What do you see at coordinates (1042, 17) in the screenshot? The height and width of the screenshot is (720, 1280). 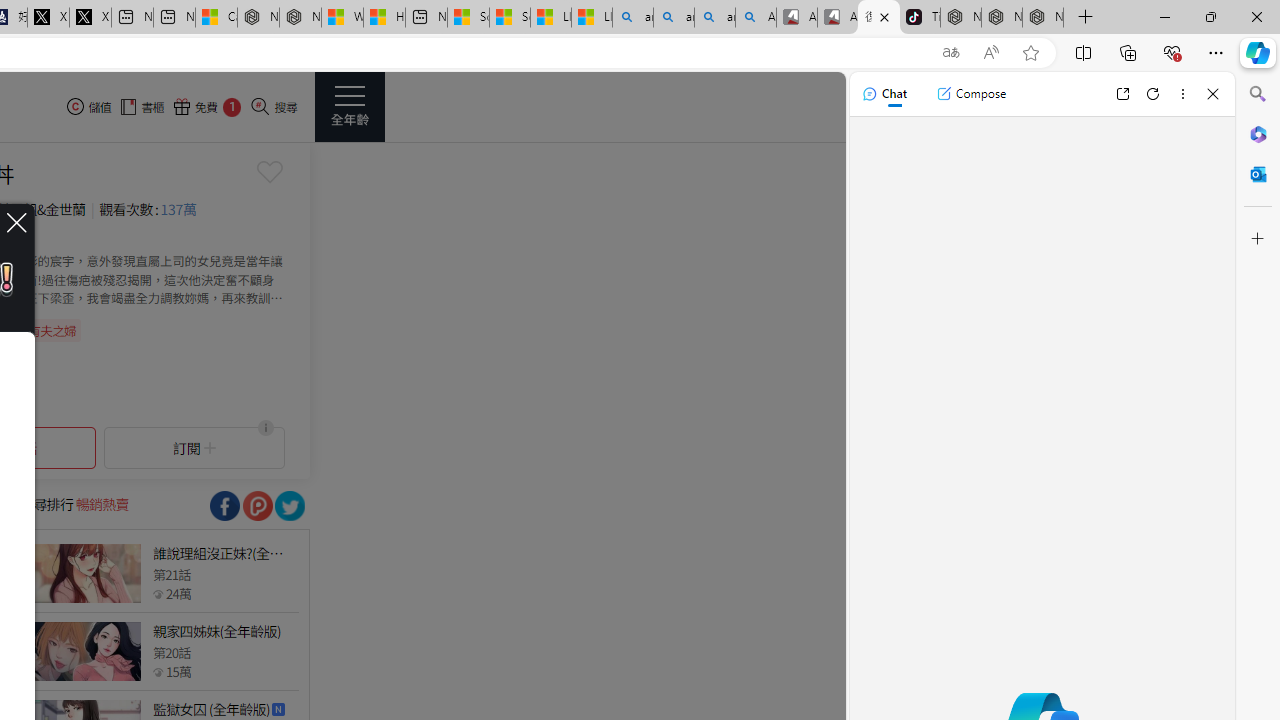 I see `'Nordace - Siena Pro 15 Essential Set'` at bounding box center [1042, 17].